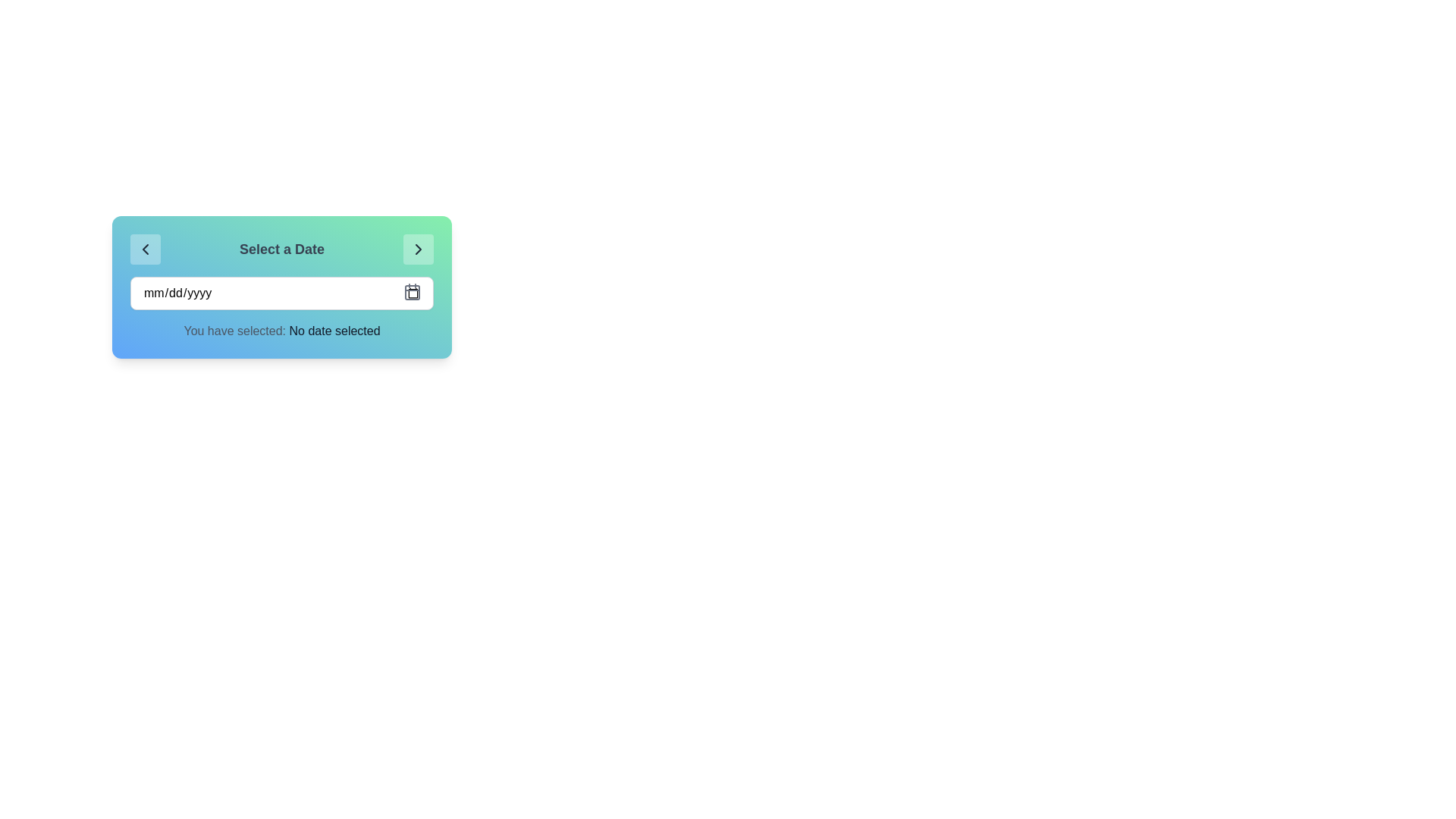 This screenshot has height=819, width=1456. Describe the element at coordinates (146, 248) in the screenshot. I see `the leftward-pointing chevron icon button located in the top-left corner of the 'Select a Date' box` at that location.